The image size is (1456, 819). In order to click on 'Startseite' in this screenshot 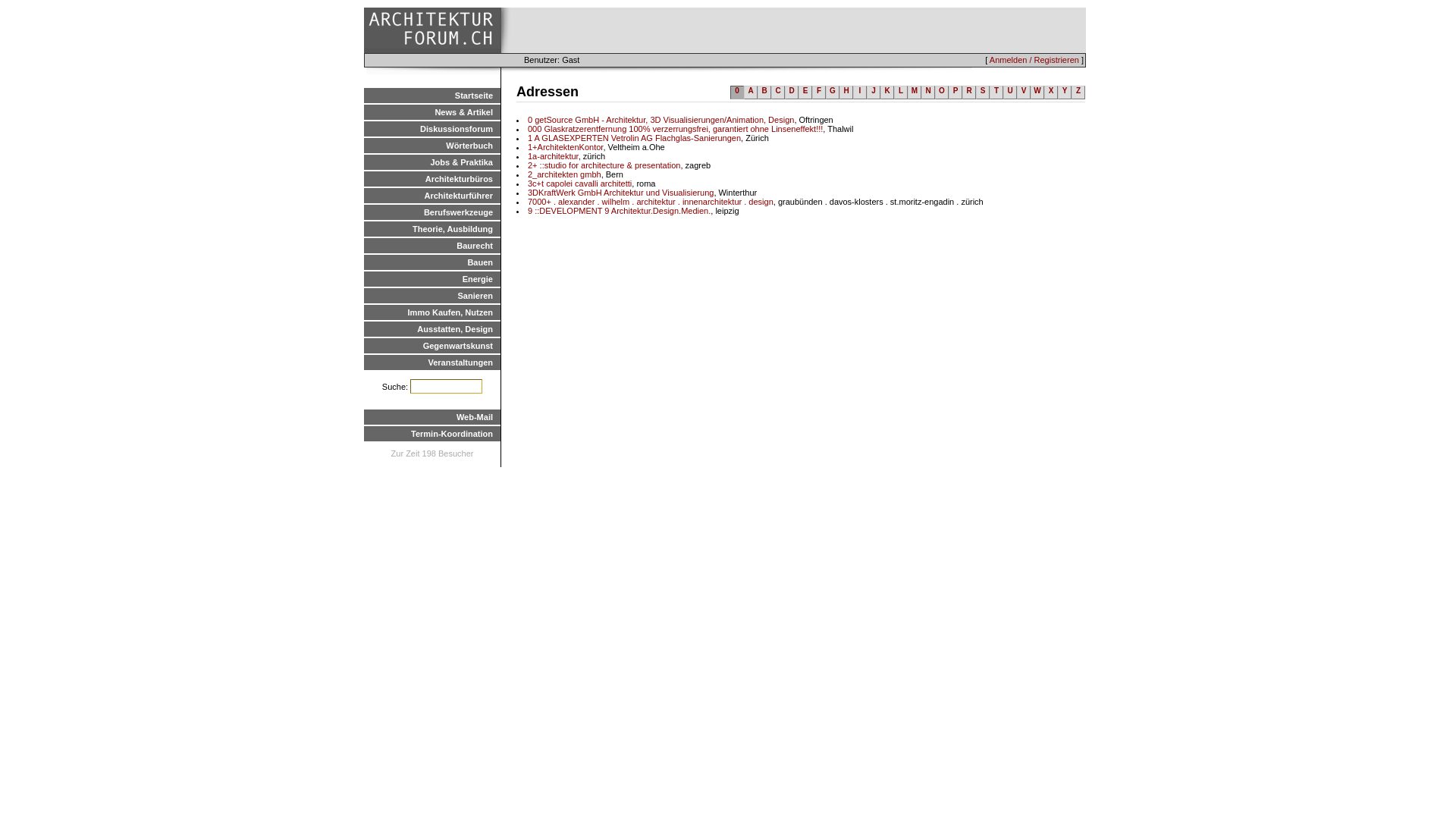, I will do `click(431, 96)`.